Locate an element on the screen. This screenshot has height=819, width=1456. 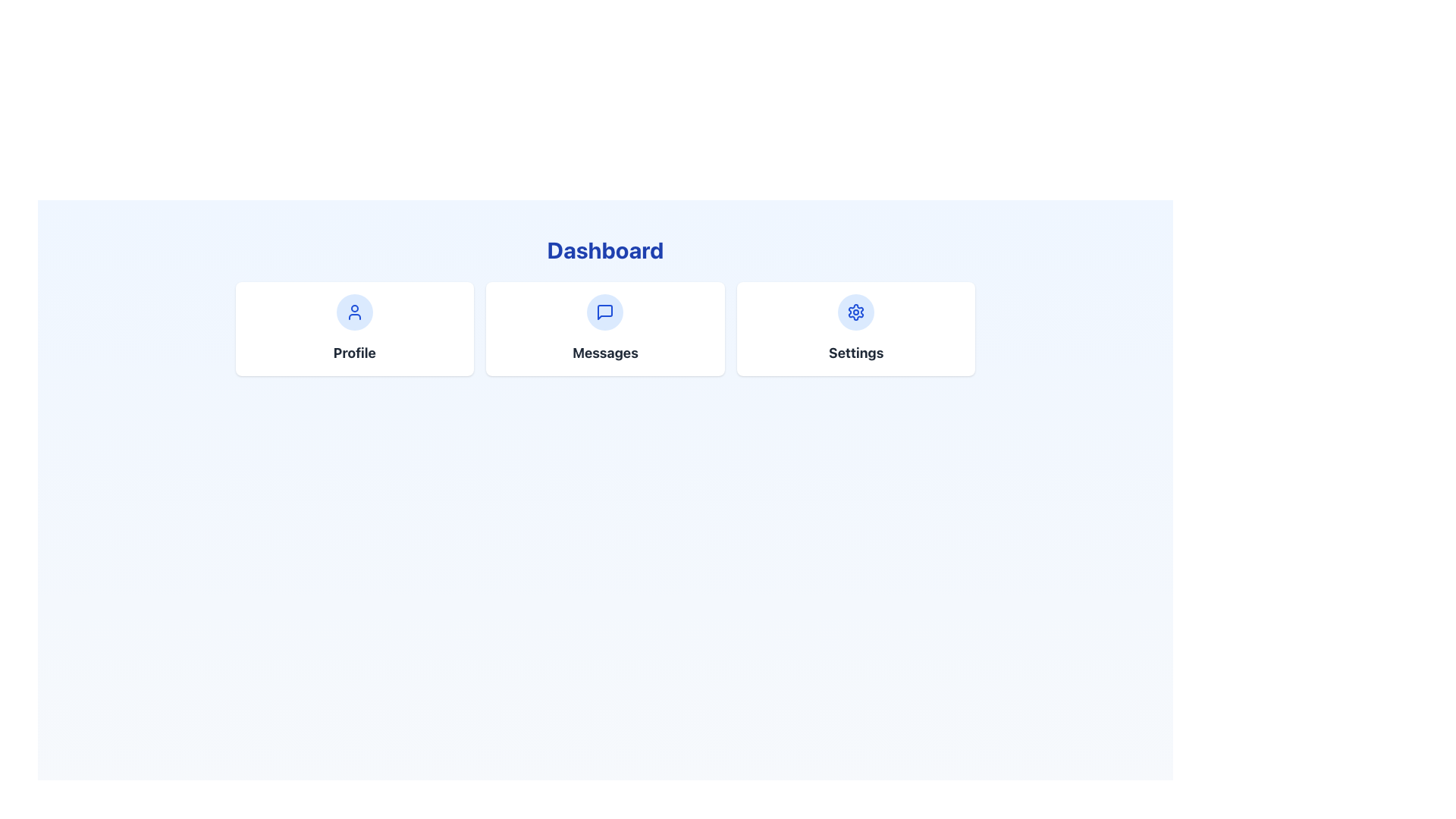
the circular icon with a light blue background and a dark blue outline, which contains a chat bubble symbol, located at the top center of the 'Messages' card is located at coordinates (604, 312).